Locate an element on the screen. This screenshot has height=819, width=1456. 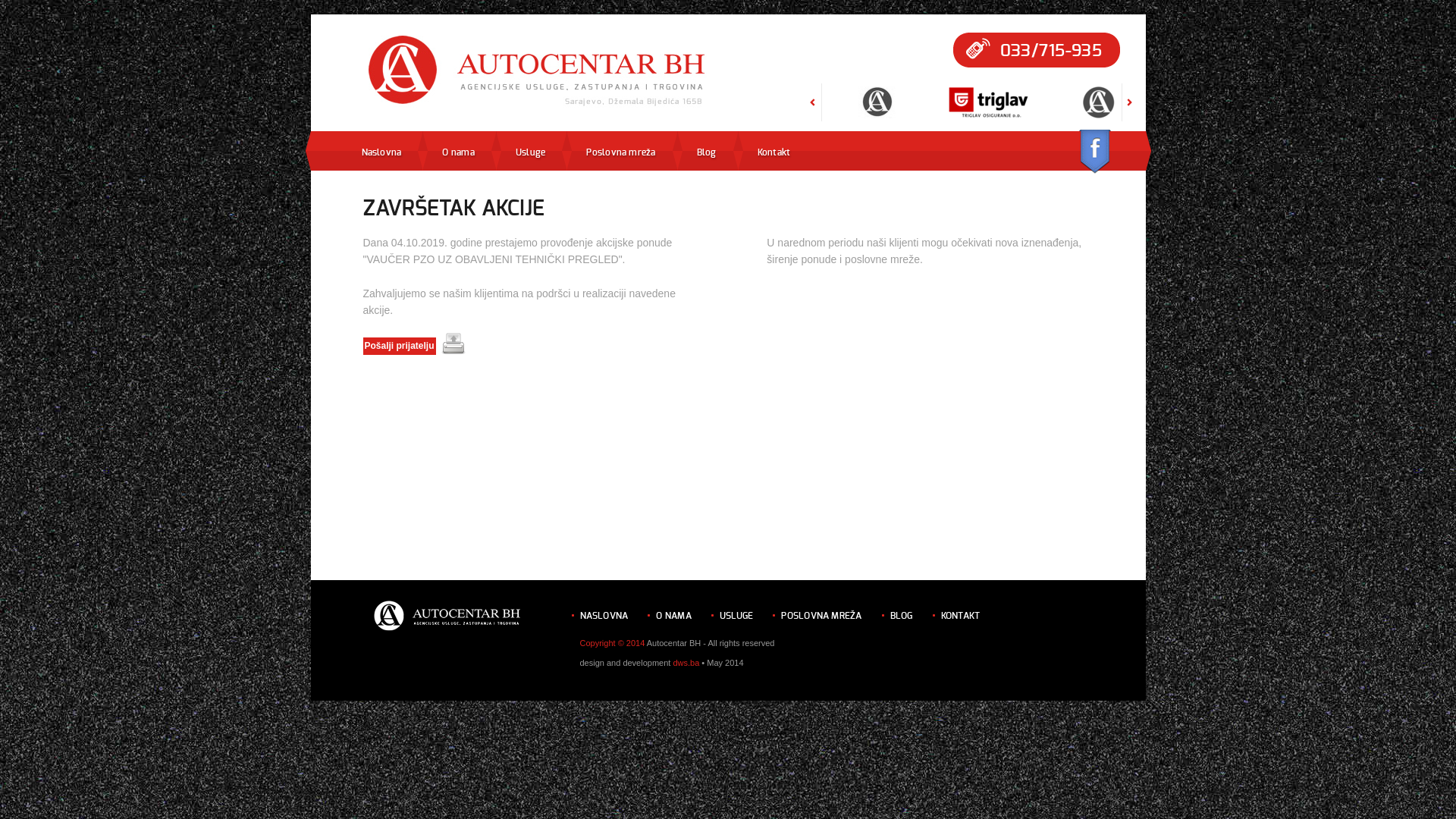
'dws.ba' is located at coordinates (685, 662).